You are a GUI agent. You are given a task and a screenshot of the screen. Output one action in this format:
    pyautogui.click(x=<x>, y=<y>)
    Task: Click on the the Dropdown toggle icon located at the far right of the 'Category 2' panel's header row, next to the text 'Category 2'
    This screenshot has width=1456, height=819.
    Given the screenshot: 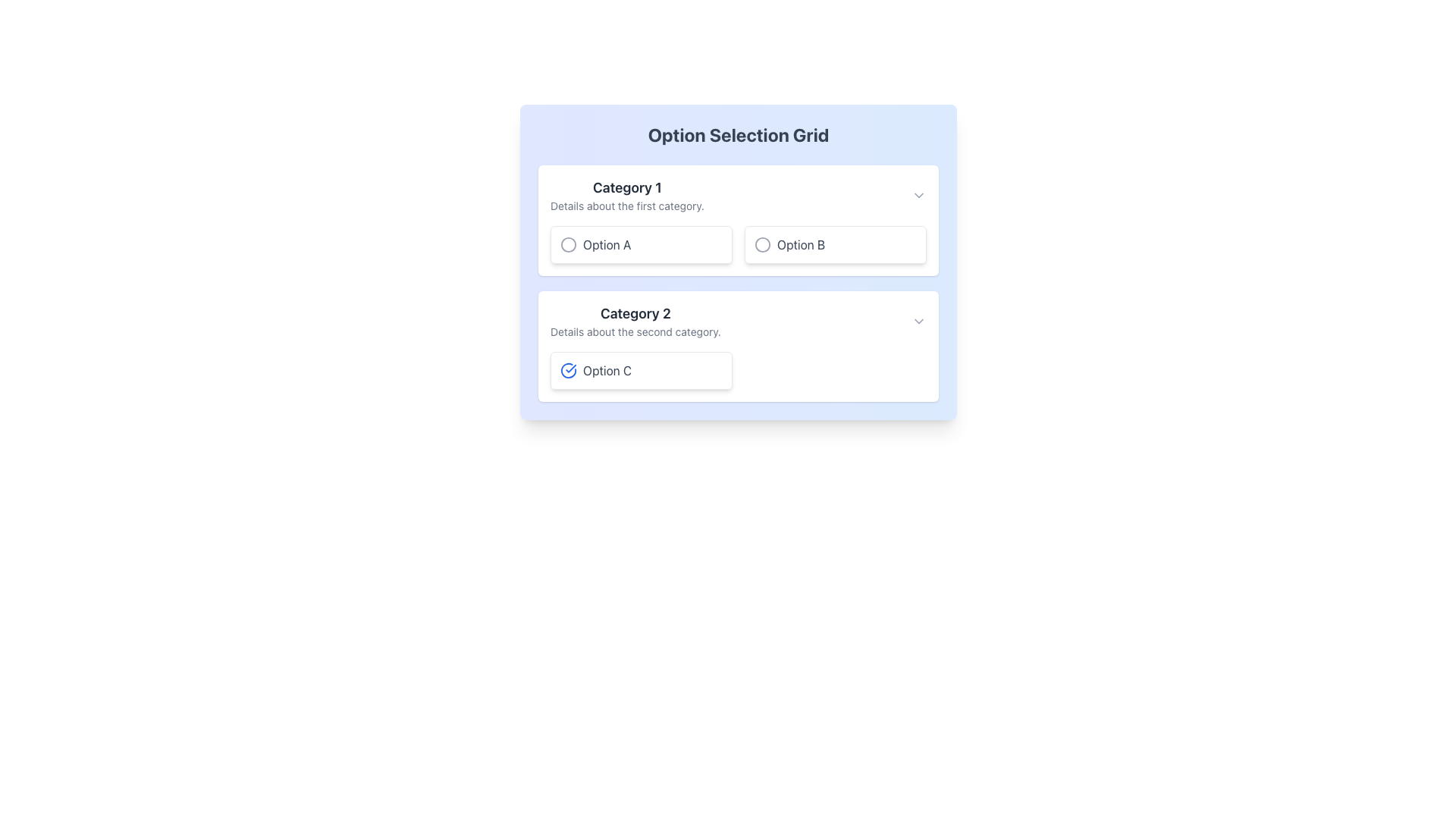 What is the action you would take?
    pyautogui.click(x=918, y=321)
    